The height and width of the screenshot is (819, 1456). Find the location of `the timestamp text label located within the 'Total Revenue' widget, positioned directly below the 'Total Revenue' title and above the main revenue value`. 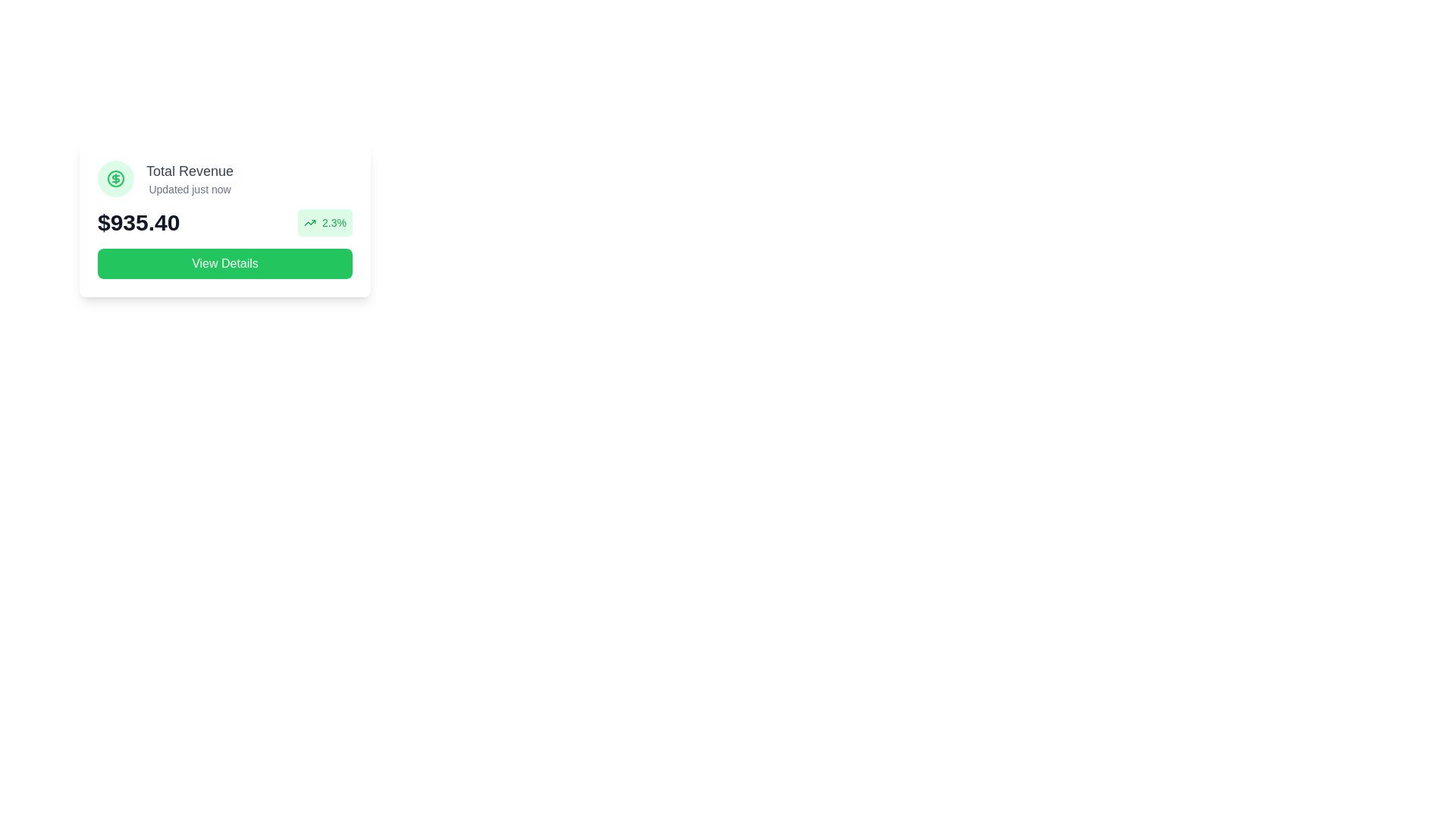

the timestamp text label located within the 'Total Revenue' widget, positioned directly below the 'Total Revenue' title and above the main revenue value is located at coordinates (189, 189).